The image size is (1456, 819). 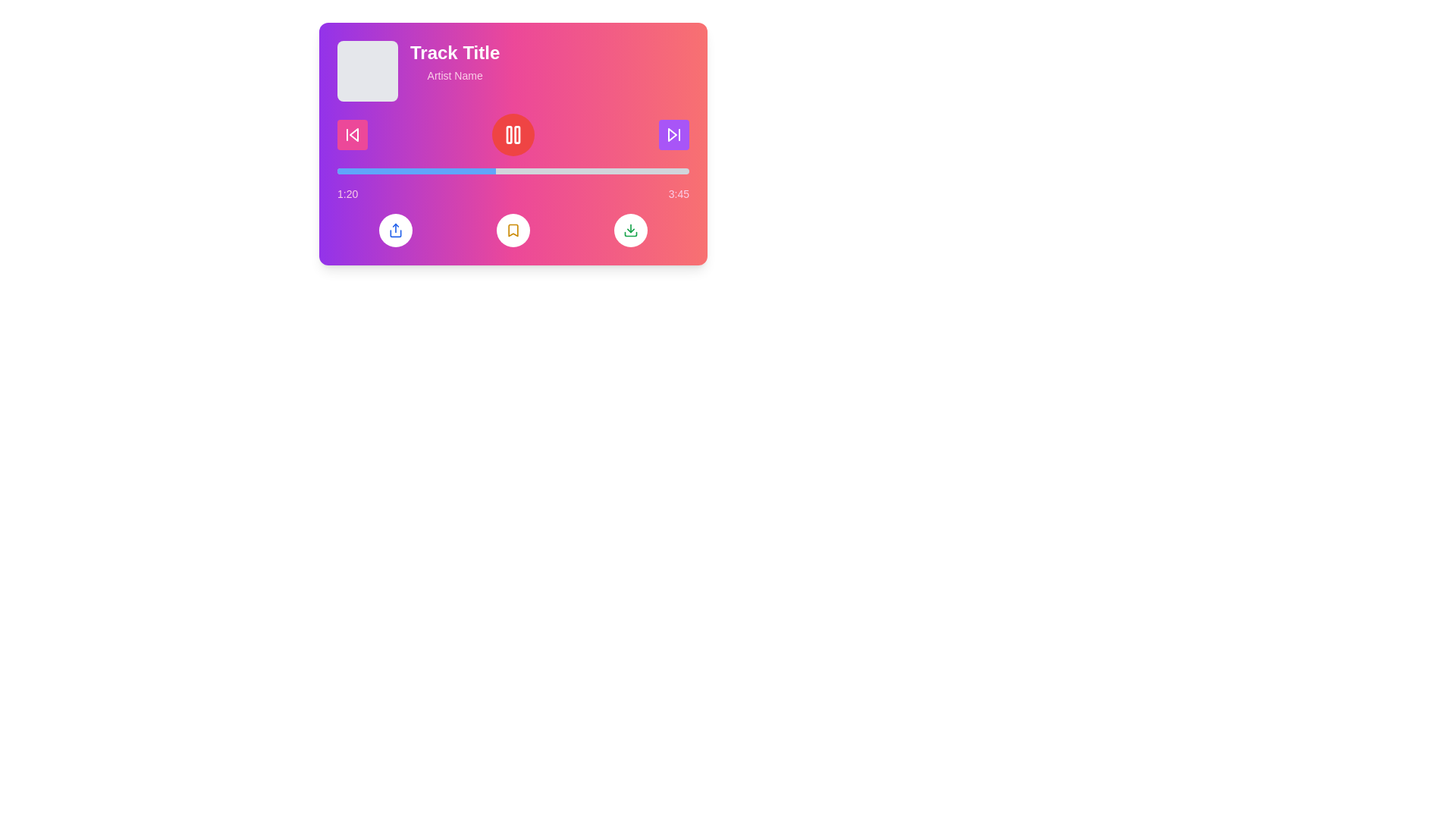 What do you see at coordinates (513, 231) in the screenshot?
I see `the circular button with a yellow bookmark icon located in the middle of three buttons beneath the progress bar of the media player interface` at bounding box center [513, 231].